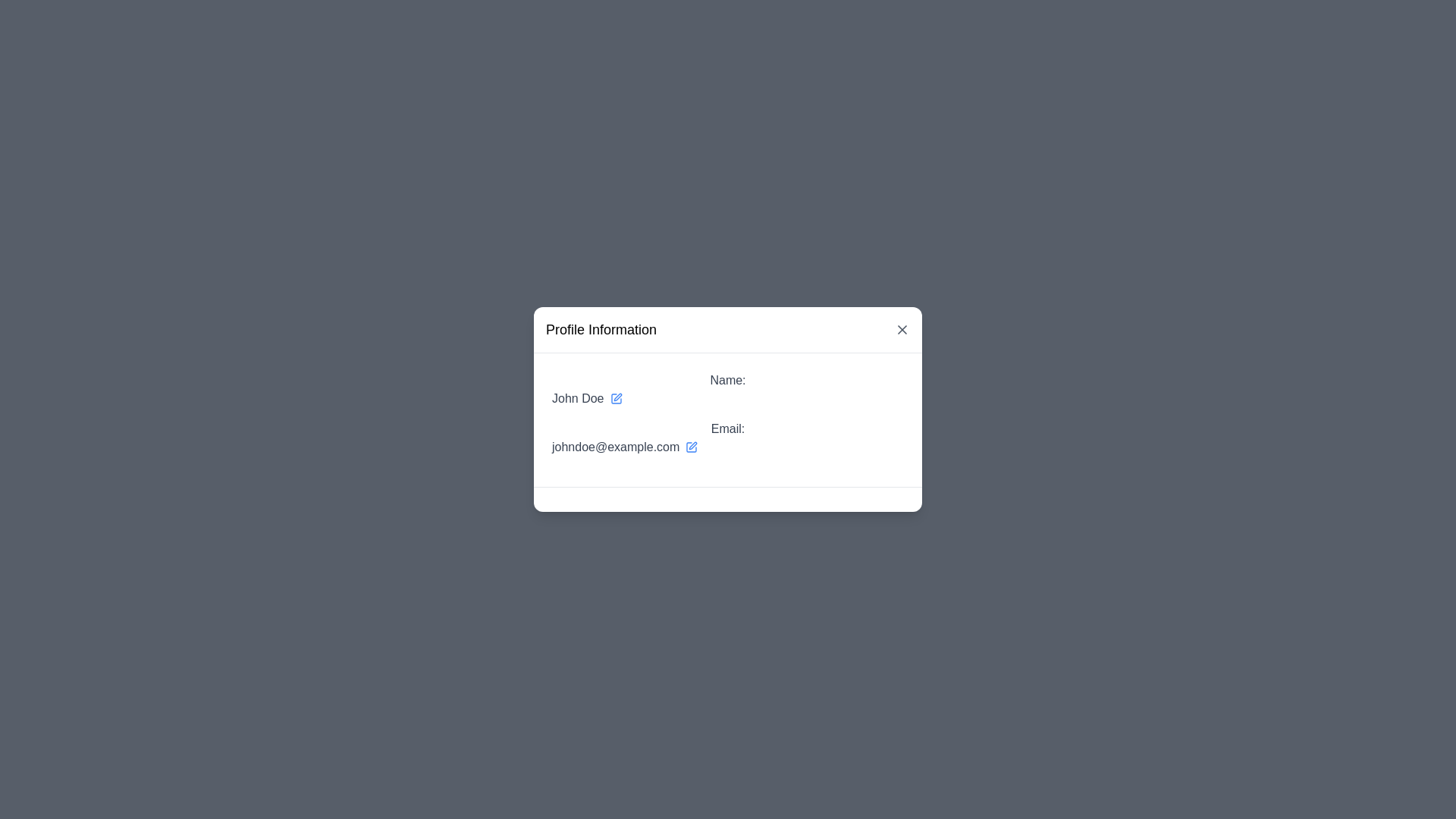 The image size is (1456, 819). I want to click on the edit icon located to the right of the email address in the 'Profile Information' dialog box to initiate editing of the email address, so click(691, 447).